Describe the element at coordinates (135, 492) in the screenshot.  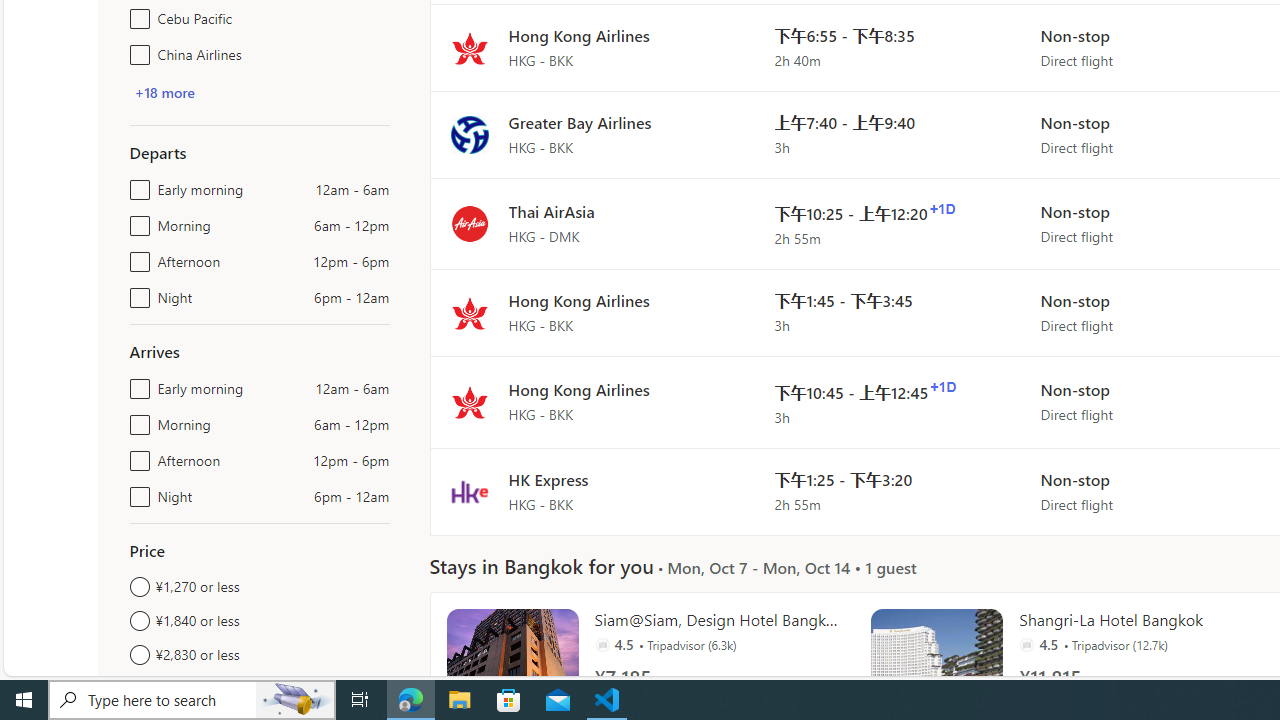
I see `'Night6pm - 12am'` at that location.